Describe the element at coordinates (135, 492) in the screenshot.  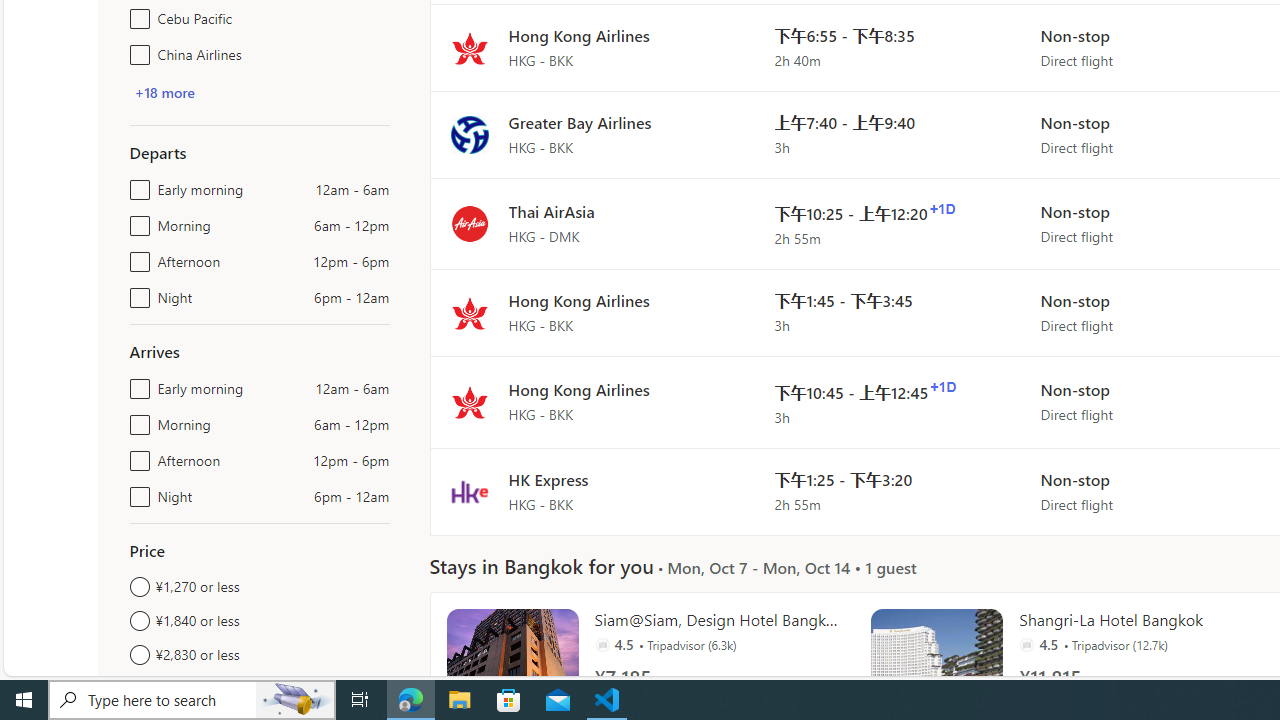
I see `'Night6pm - 12am'` at that location.